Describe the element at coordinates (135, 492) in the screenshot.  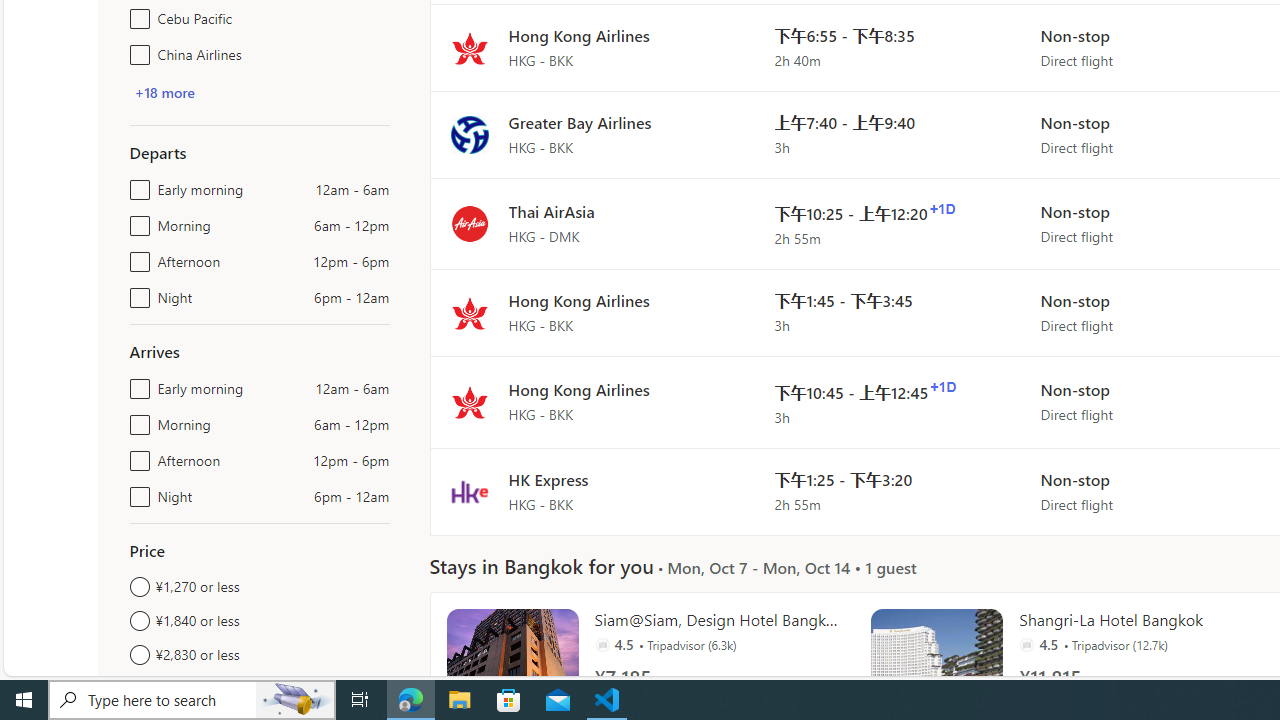
I see `'Night6pm - 12am'` at that location.